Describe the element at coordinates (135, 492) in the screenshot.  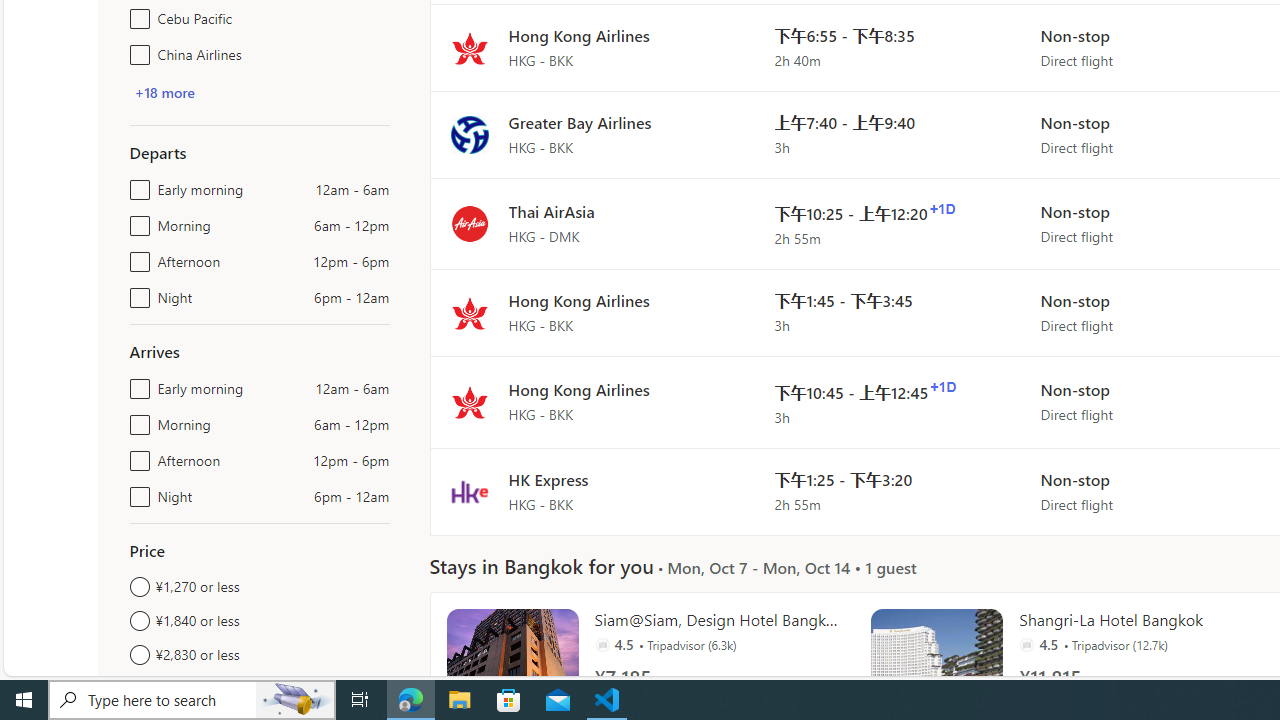
I see `'Night6pm - 12am'` at that location.